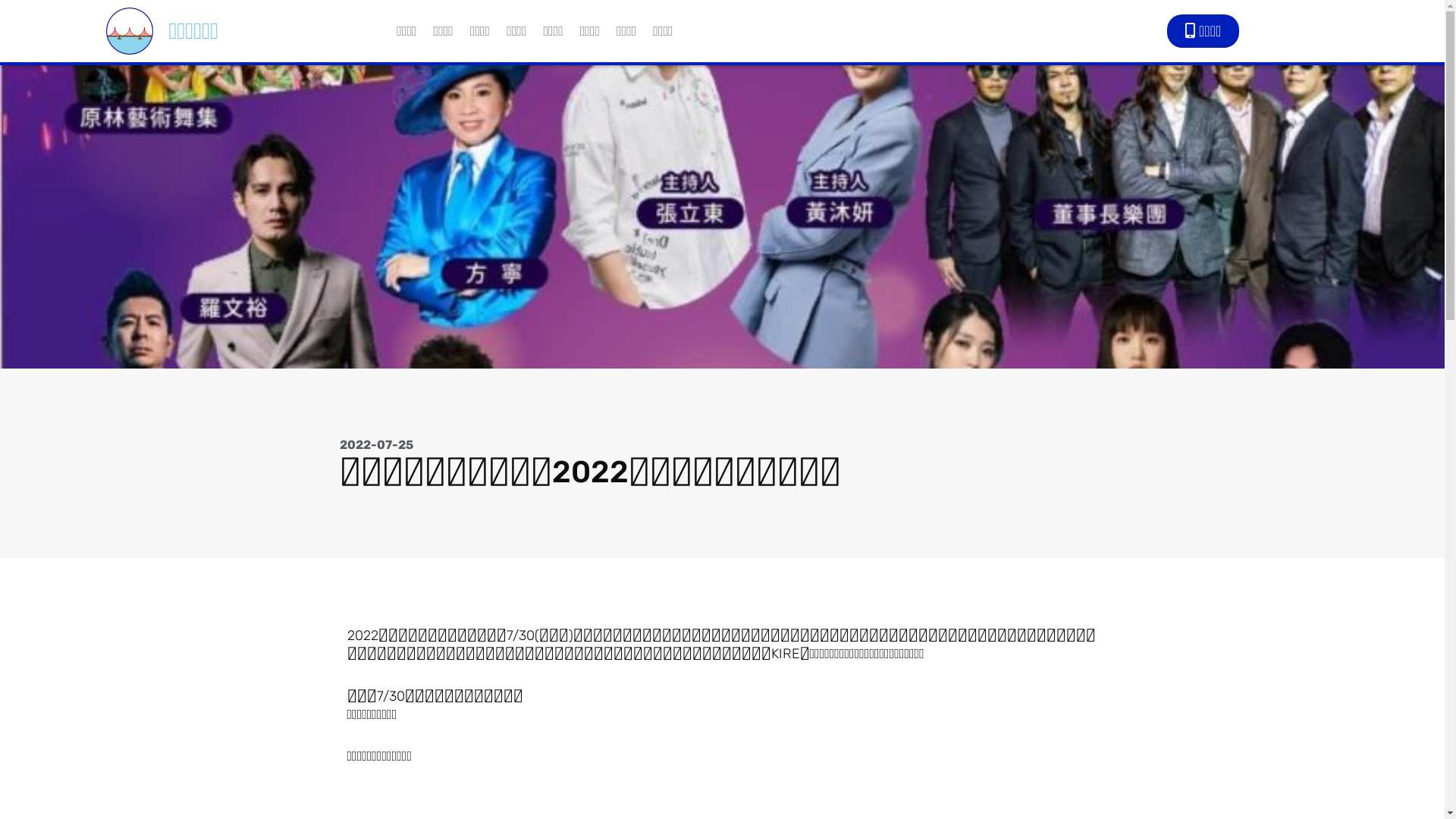 Image resolution: width=1456 pixels, height=819 pixels. What do you see at coordinates (376, 444) in the screenshot?
I see `'2022-07-25'` at bounding box center [376, 444].